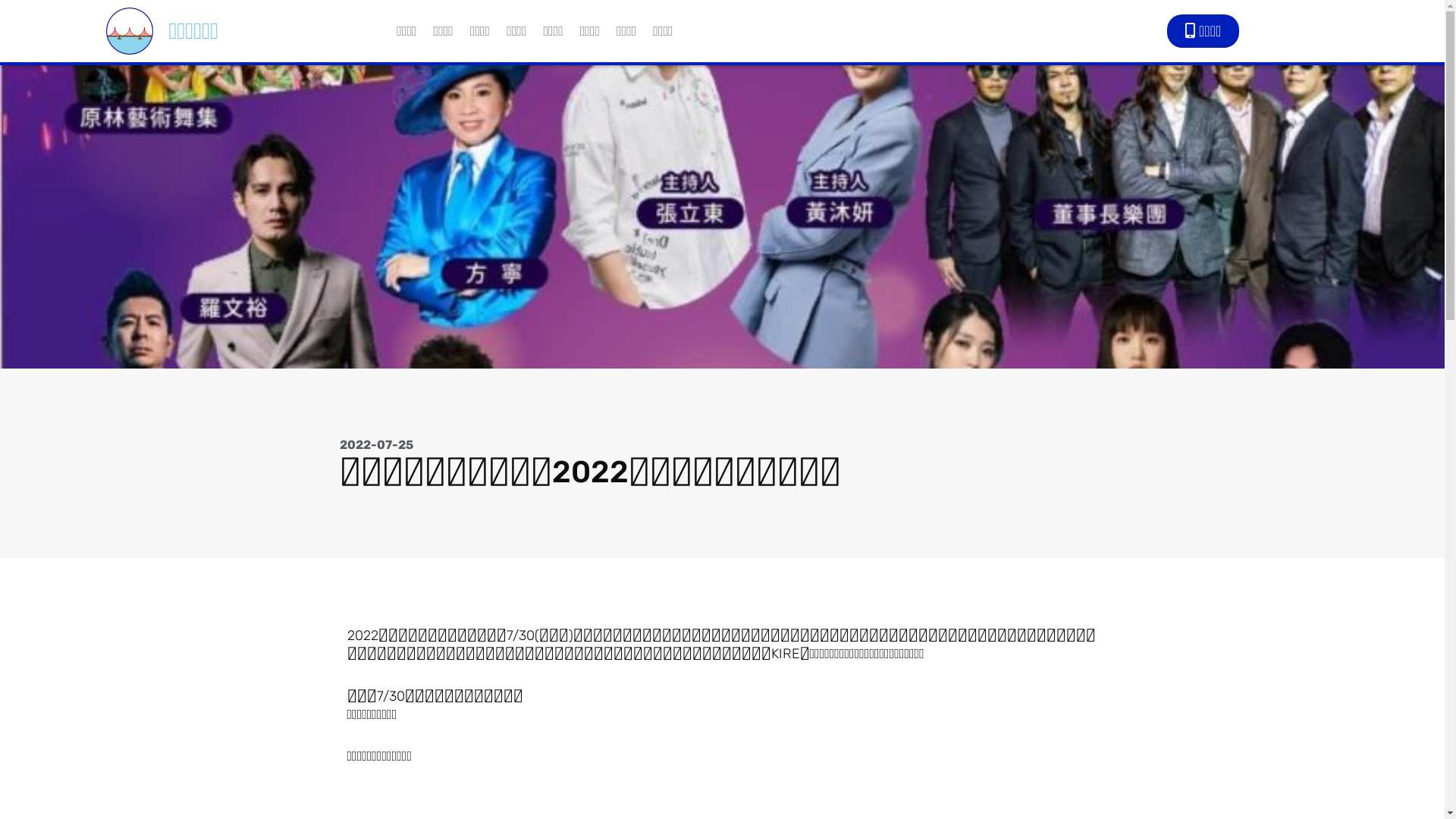 Image resolution: width=1456 pixels, height=819 pixels. What do you see at coordinates (376, 444) in the screenshot?
I see `'2022-07-25'` at bounding box center [376, 444].